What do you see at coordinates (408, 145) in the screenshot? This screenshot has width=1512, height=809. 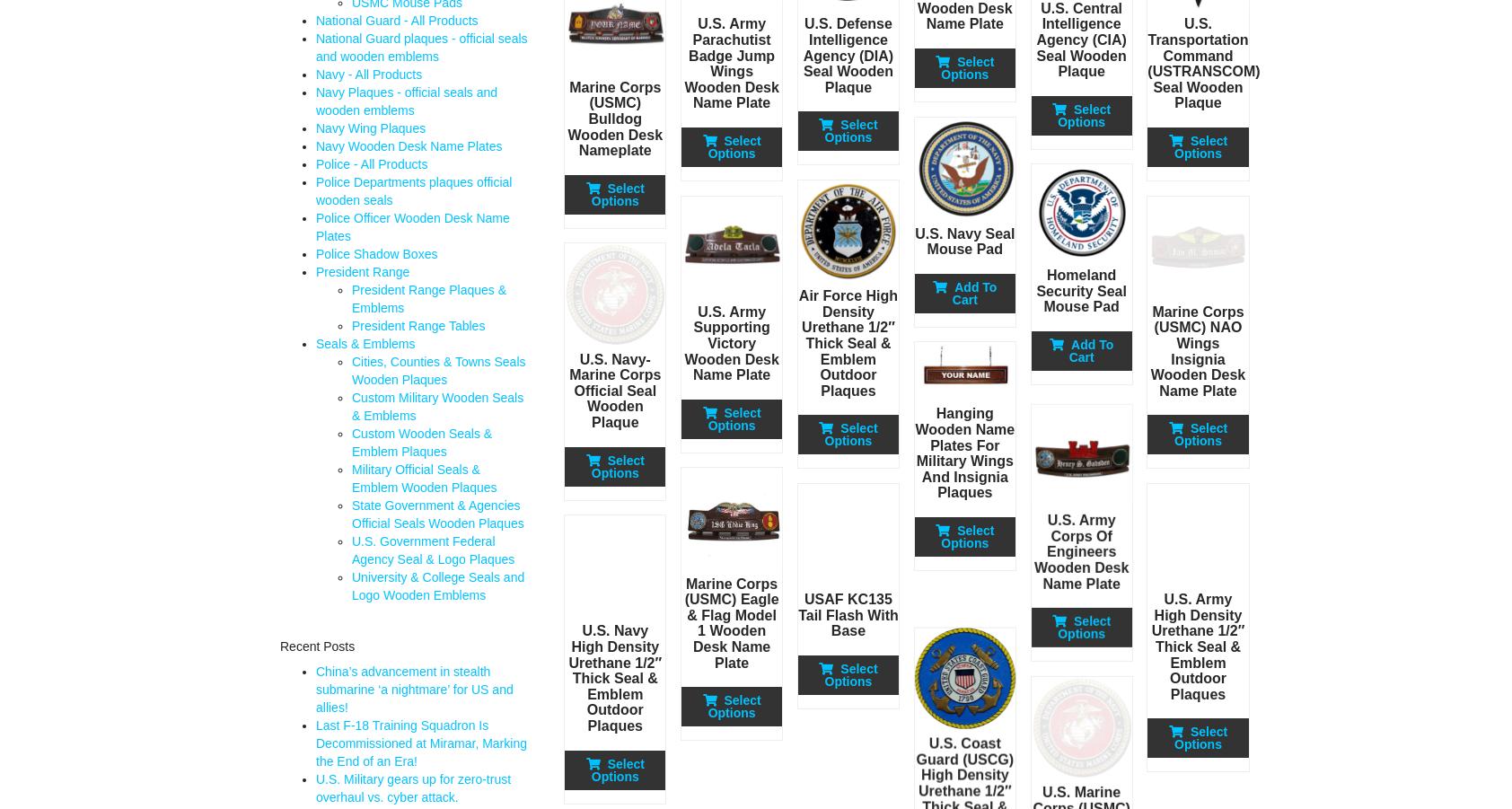 I see `'Navy Wooden Desk Name Plates'` at bounding box center [408, 145].